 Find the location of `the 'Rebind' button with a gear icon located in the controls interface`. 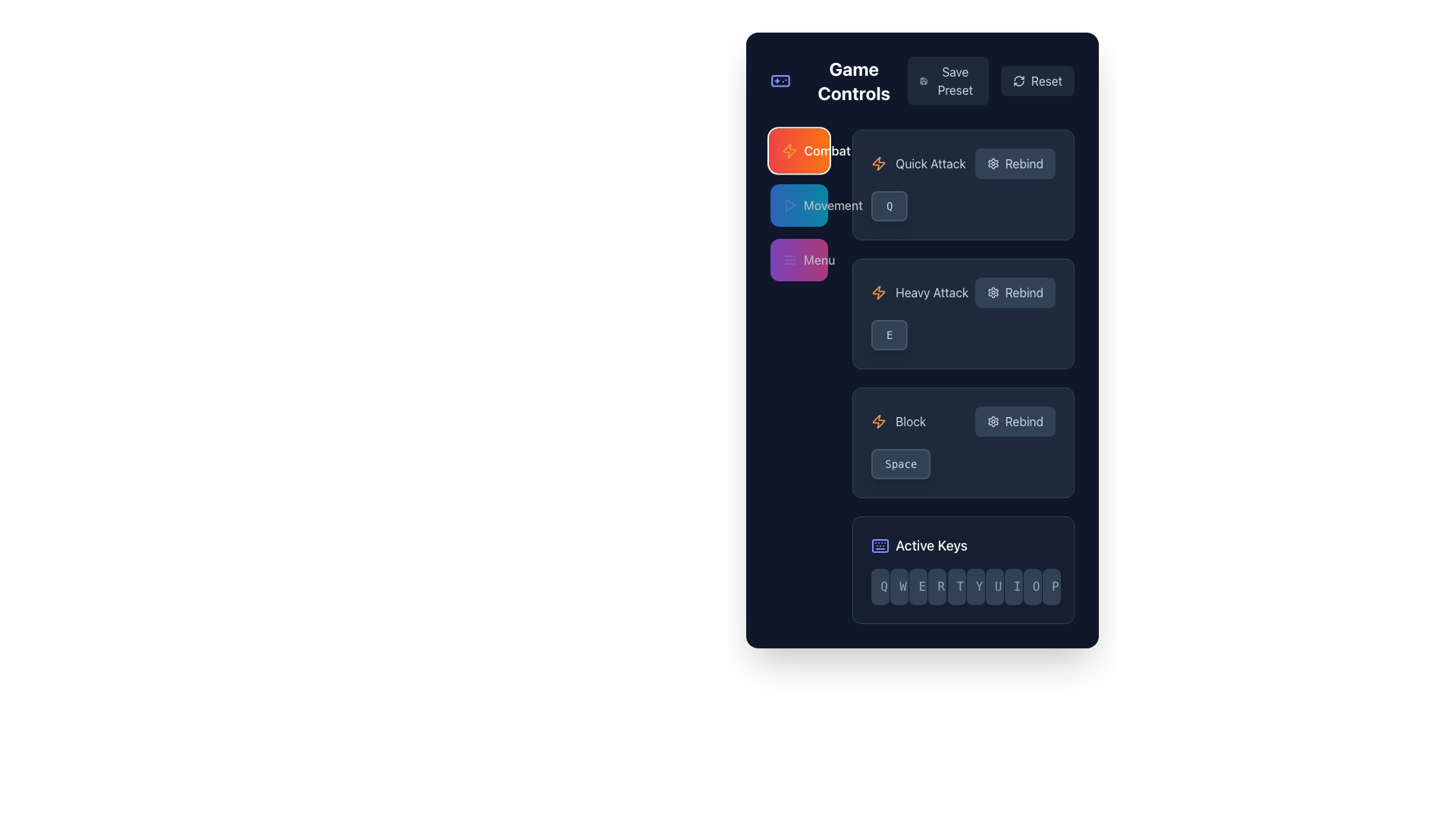

the 'Rebind' button with a gear icon located in the controls interface is located at coordinates (1015, 164).